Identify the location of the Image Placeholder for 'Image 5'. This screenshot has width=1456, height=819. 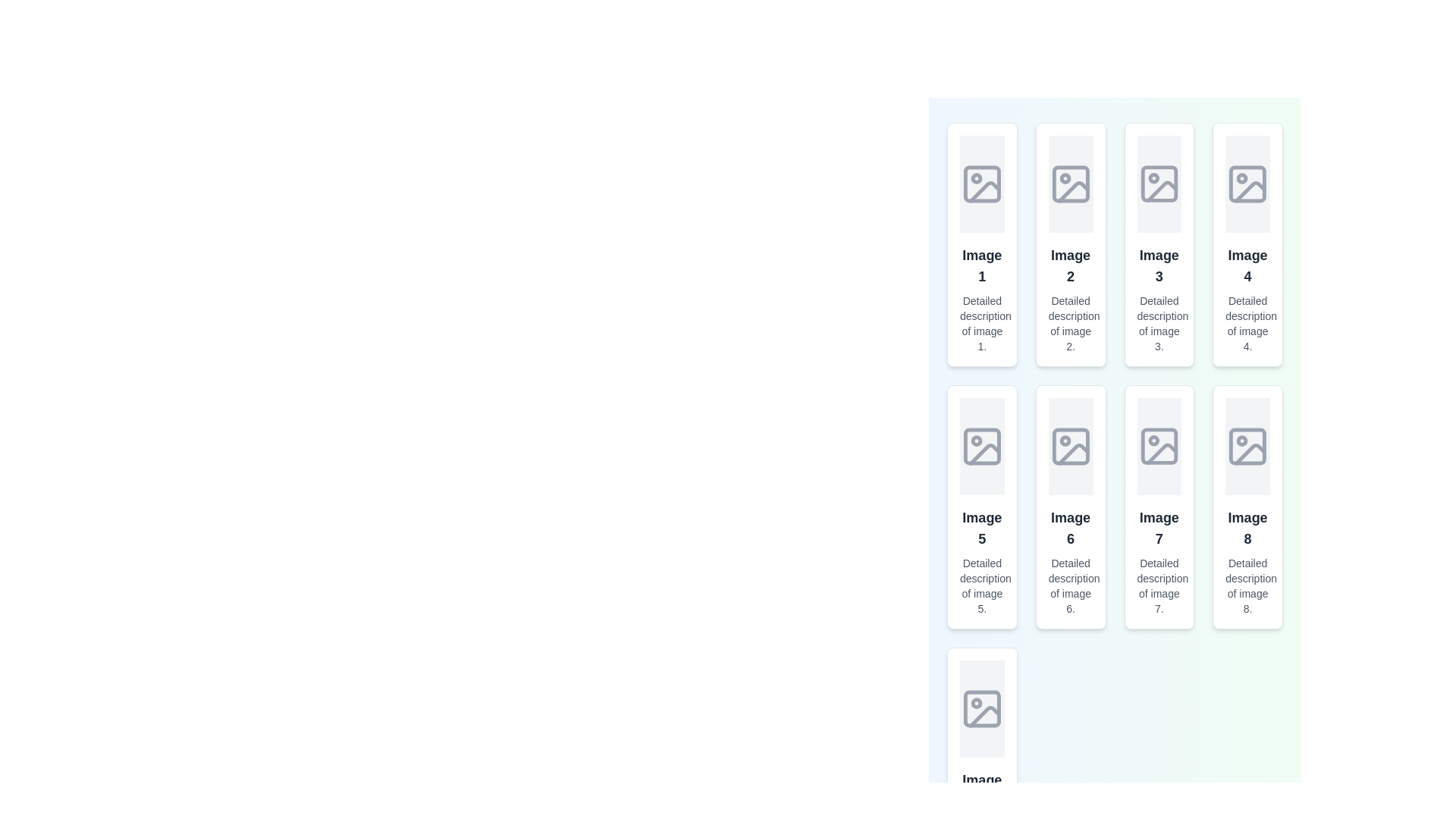
(982, 446).